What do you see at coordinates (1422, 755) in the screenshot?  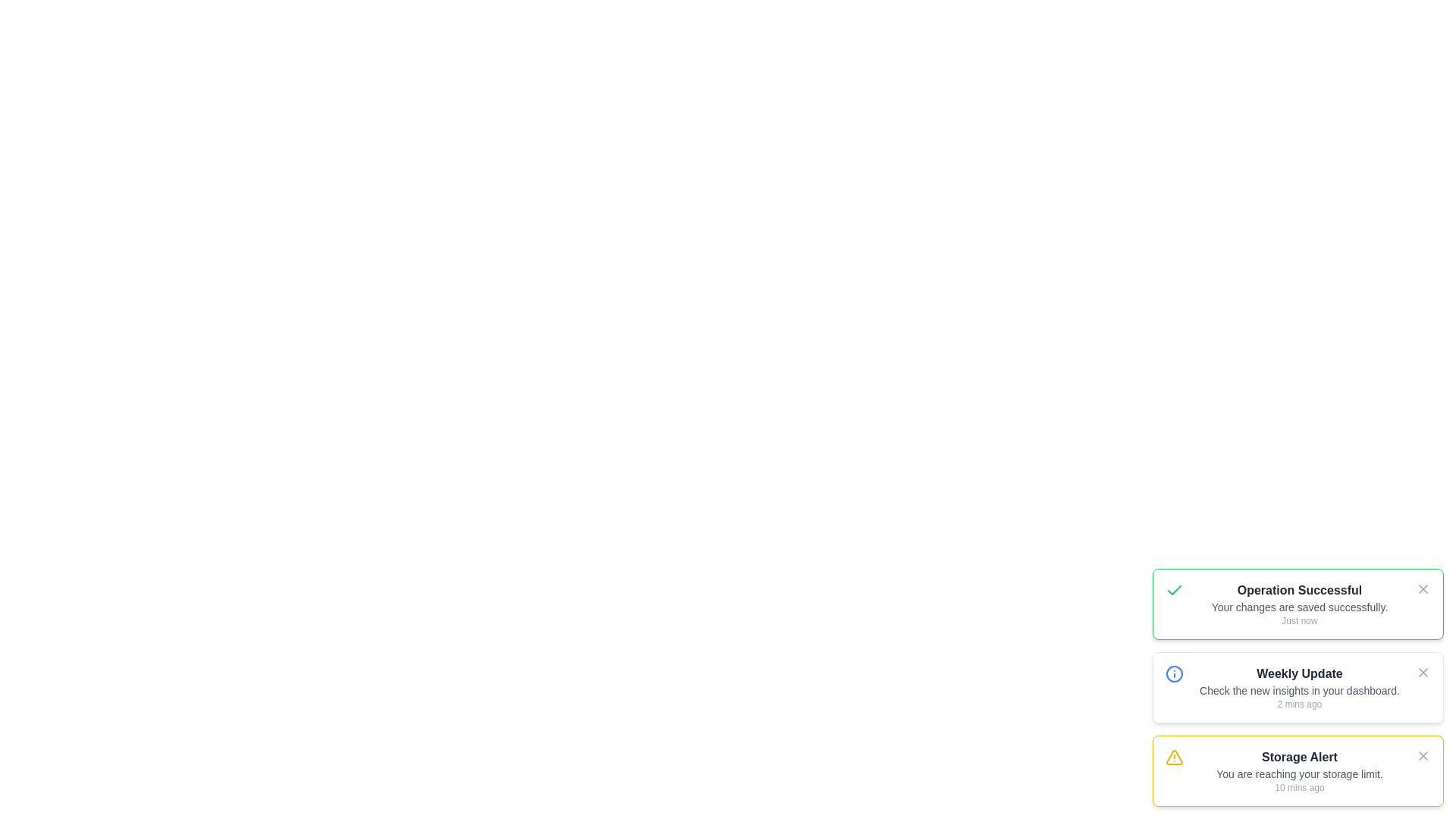 I see `the close button located in the top-right corner of the yellow-bordered 'Storage Alert' notification card` at bounding box center [1422, 755].